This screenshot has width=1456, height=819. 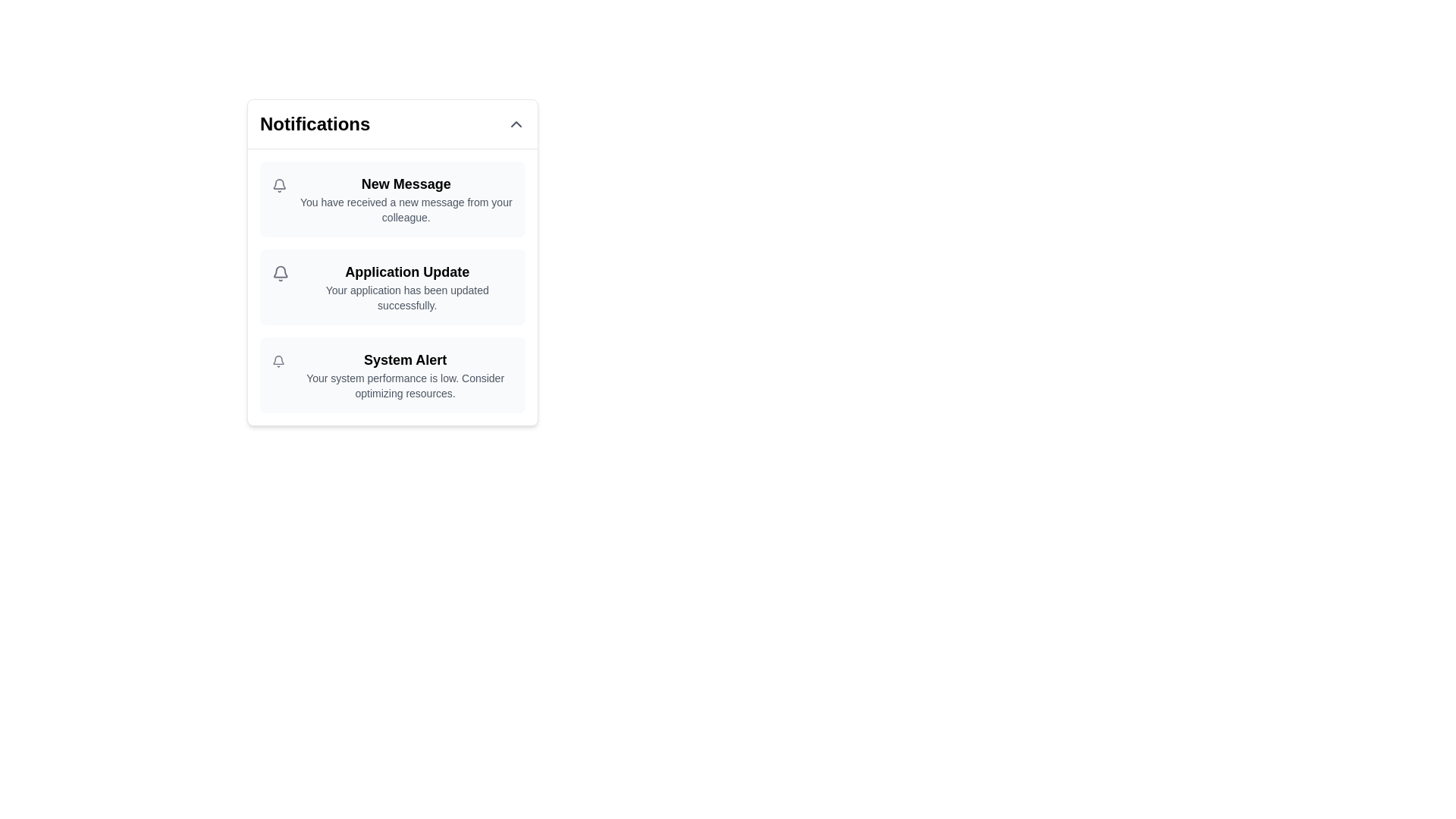 What do you see at coordinates (393, 262) in the screenshot?
I see `the second notification card in the notification list that informs about an application update` at bounding box center [393, 262].